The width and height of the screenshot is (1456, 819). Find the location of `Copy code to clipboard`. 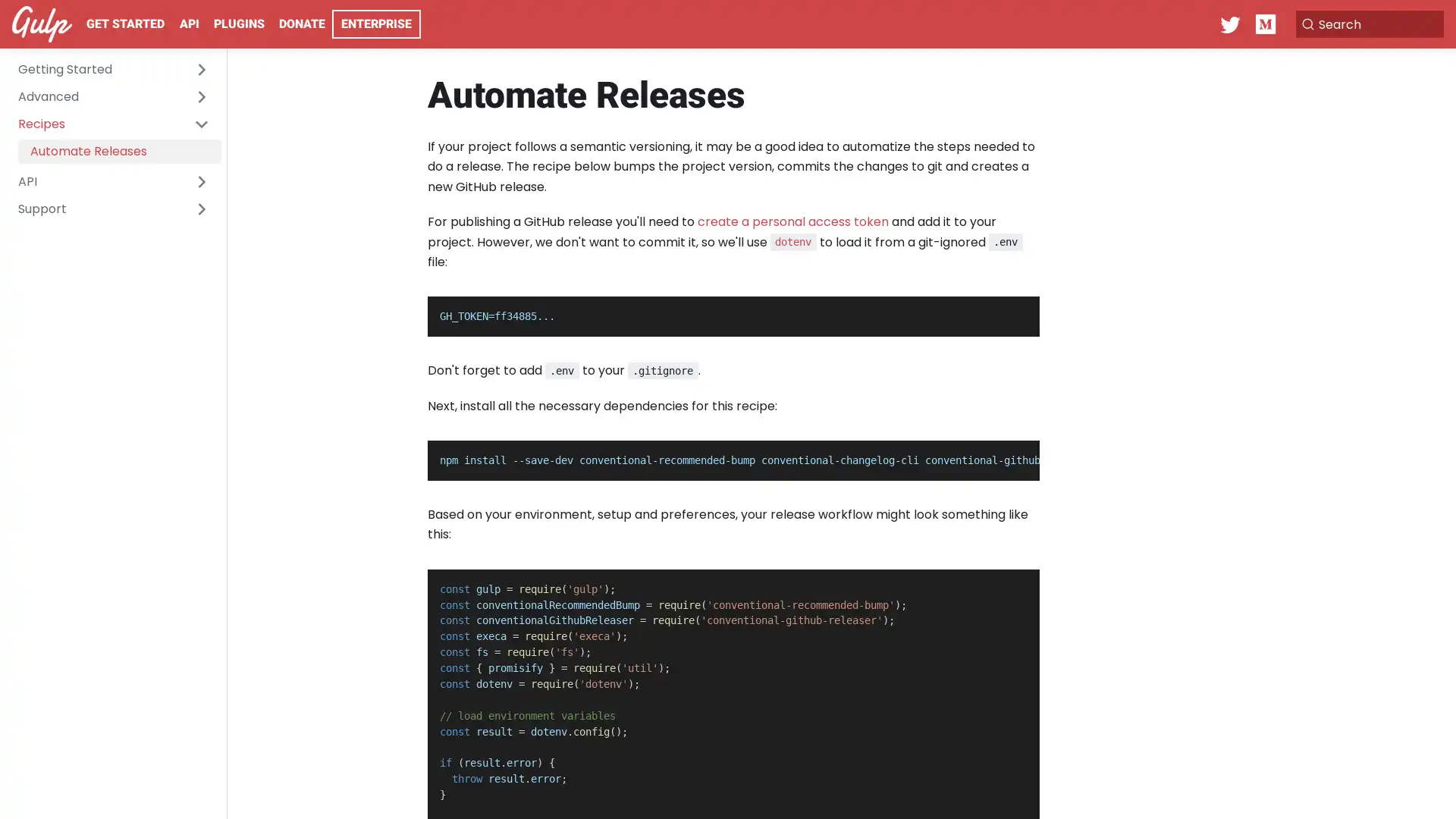

Copy code to clipboard is located at coordinates (1015, 456).